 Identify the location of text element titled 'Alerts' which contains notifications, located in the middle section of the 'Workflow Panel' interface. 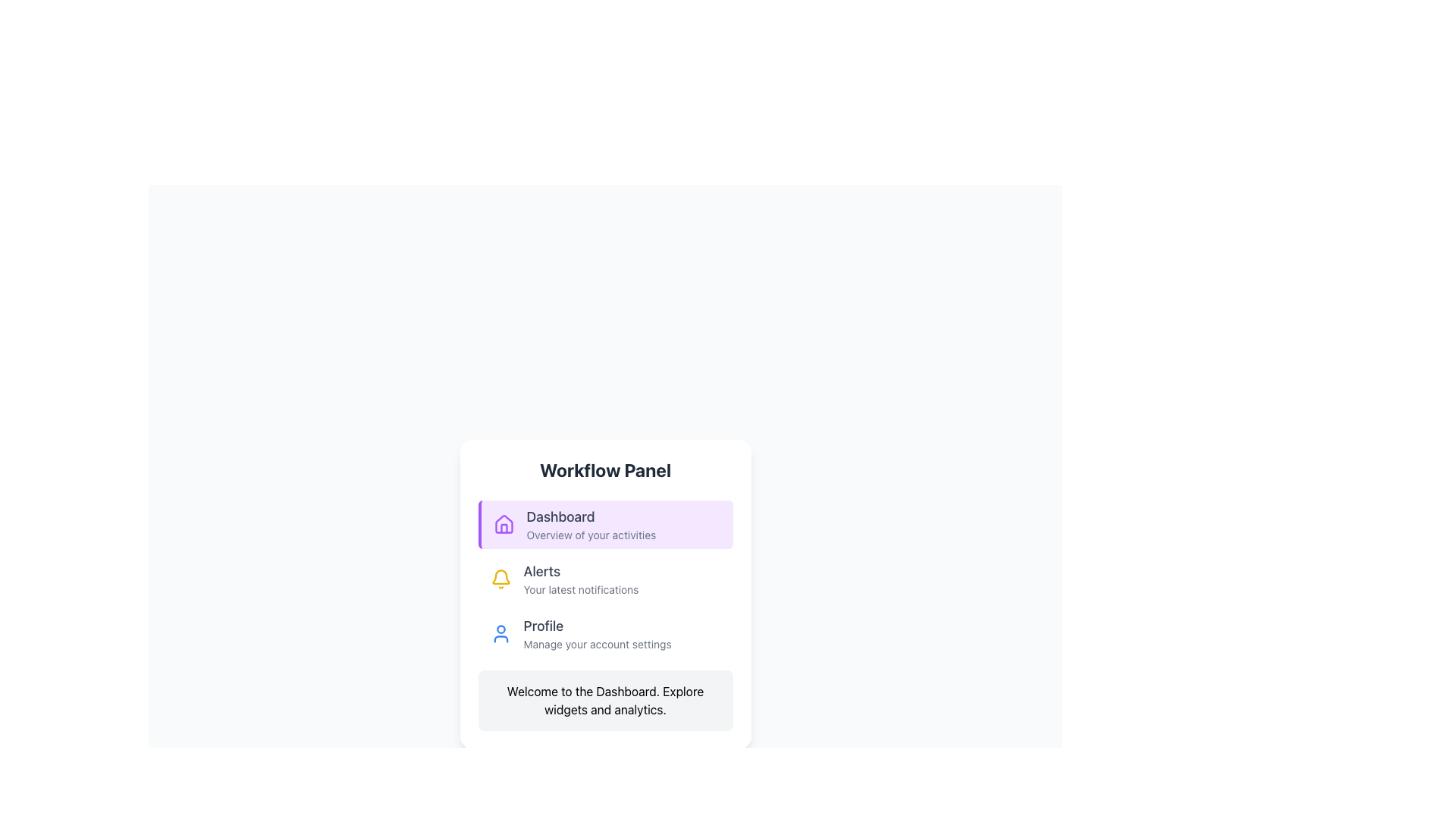
(580, 579).